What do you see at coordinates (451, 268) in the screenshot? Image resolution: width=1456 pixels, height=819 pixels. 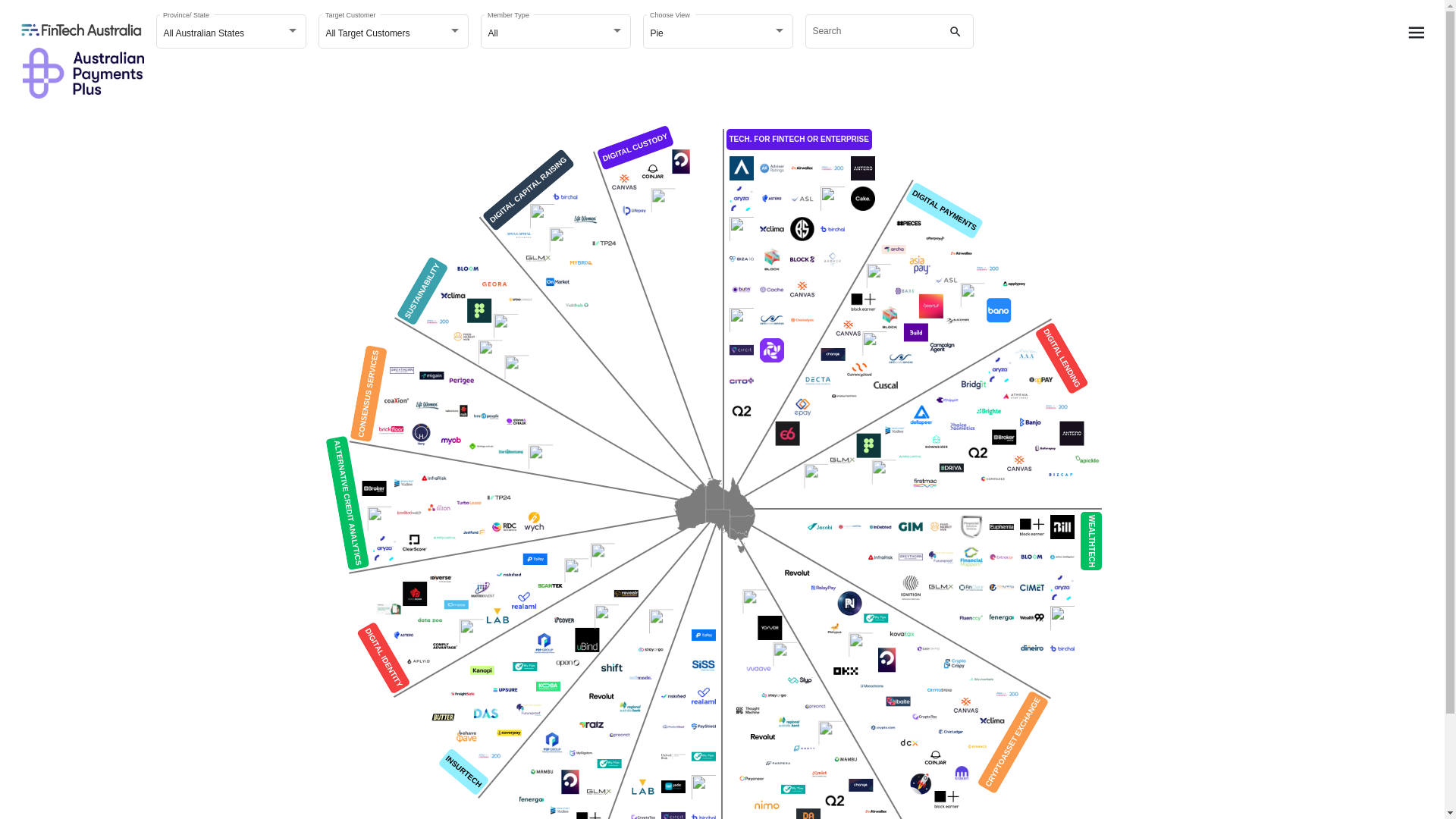 I see `'Bloom Impact Investing'` at bounding box center [451, 268].